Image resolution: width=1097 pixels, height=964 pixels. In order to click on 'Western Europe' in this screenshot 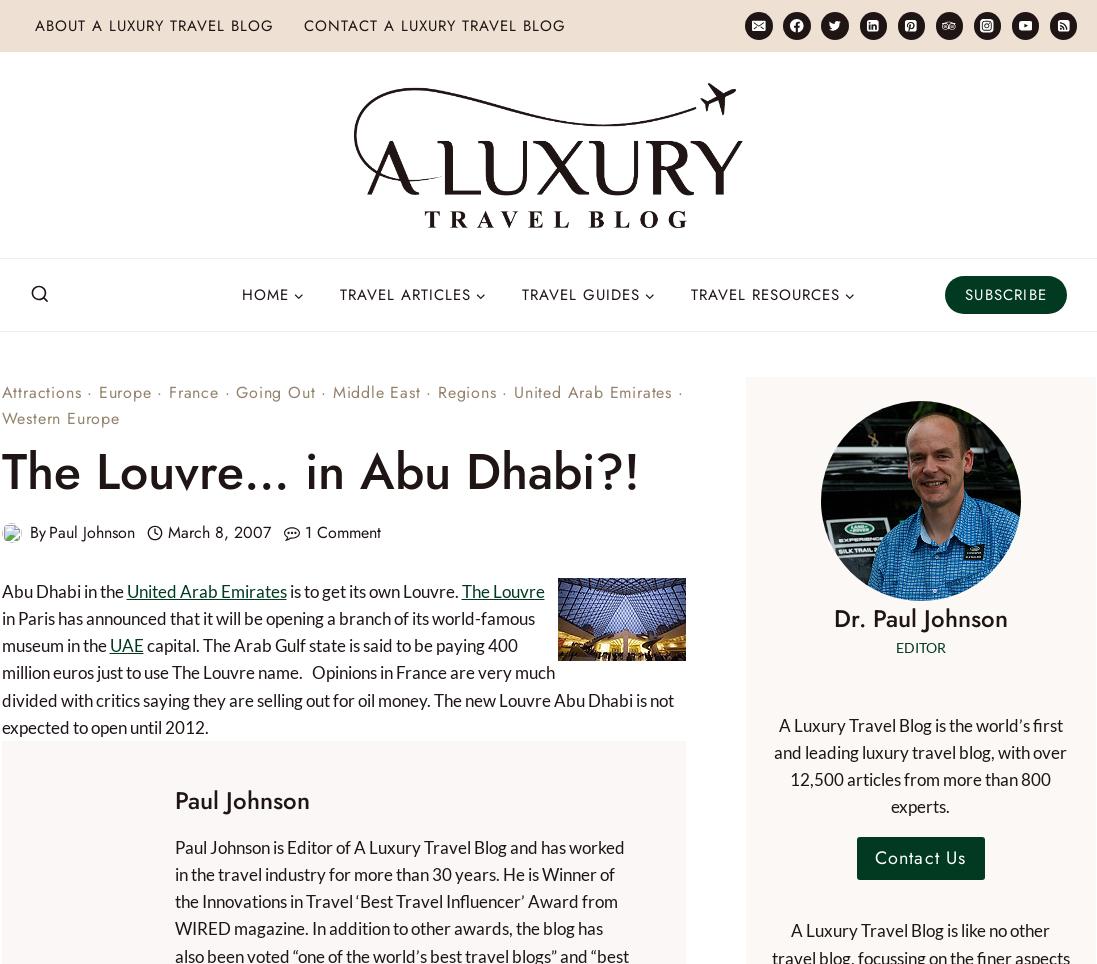, I will do `click(59, 416)`.